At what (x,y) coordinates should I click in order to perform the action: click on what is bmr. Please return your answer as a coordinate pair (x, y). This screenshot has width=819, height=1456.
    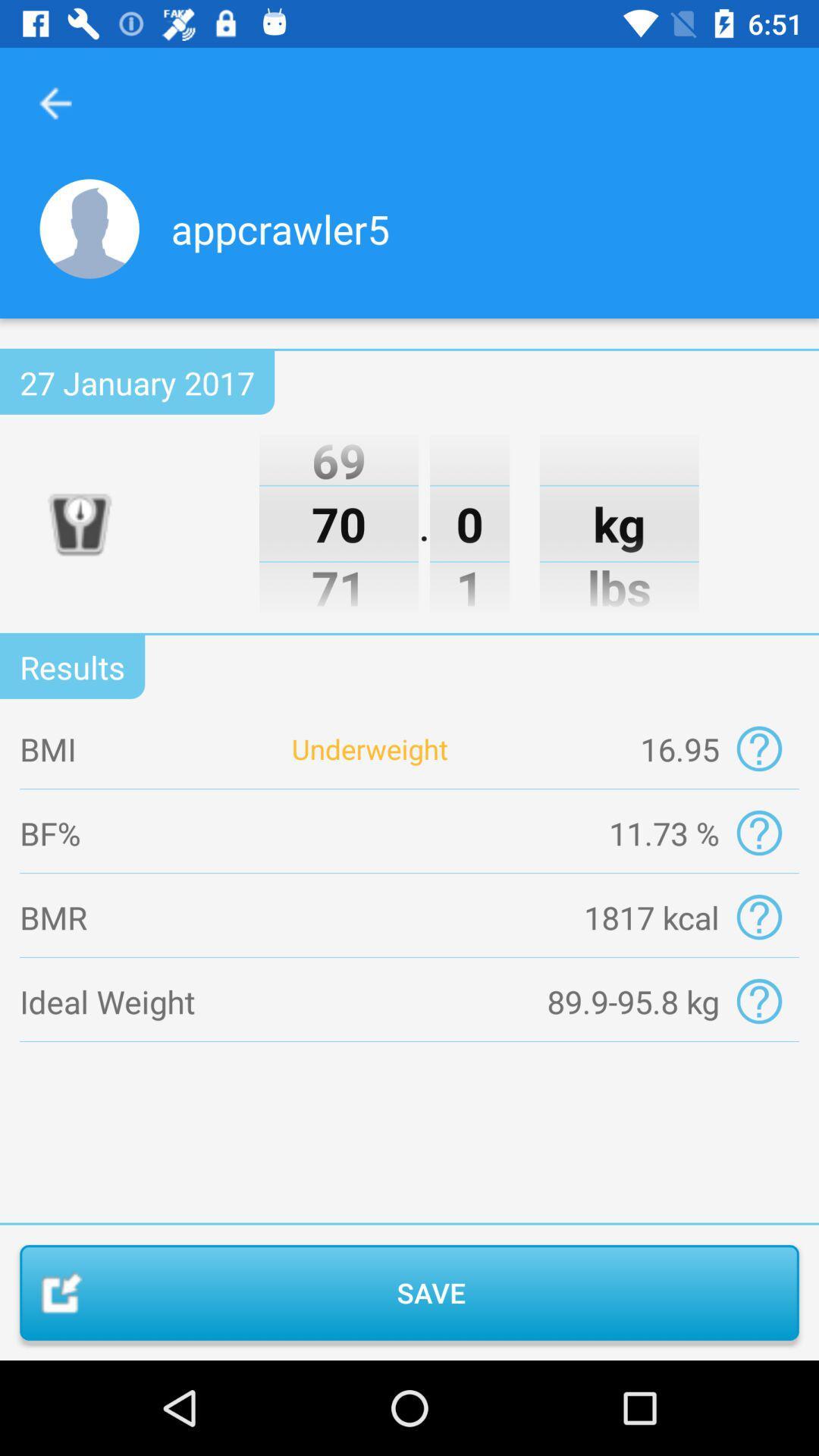
    Looking at the image, I should click on (759, 916).